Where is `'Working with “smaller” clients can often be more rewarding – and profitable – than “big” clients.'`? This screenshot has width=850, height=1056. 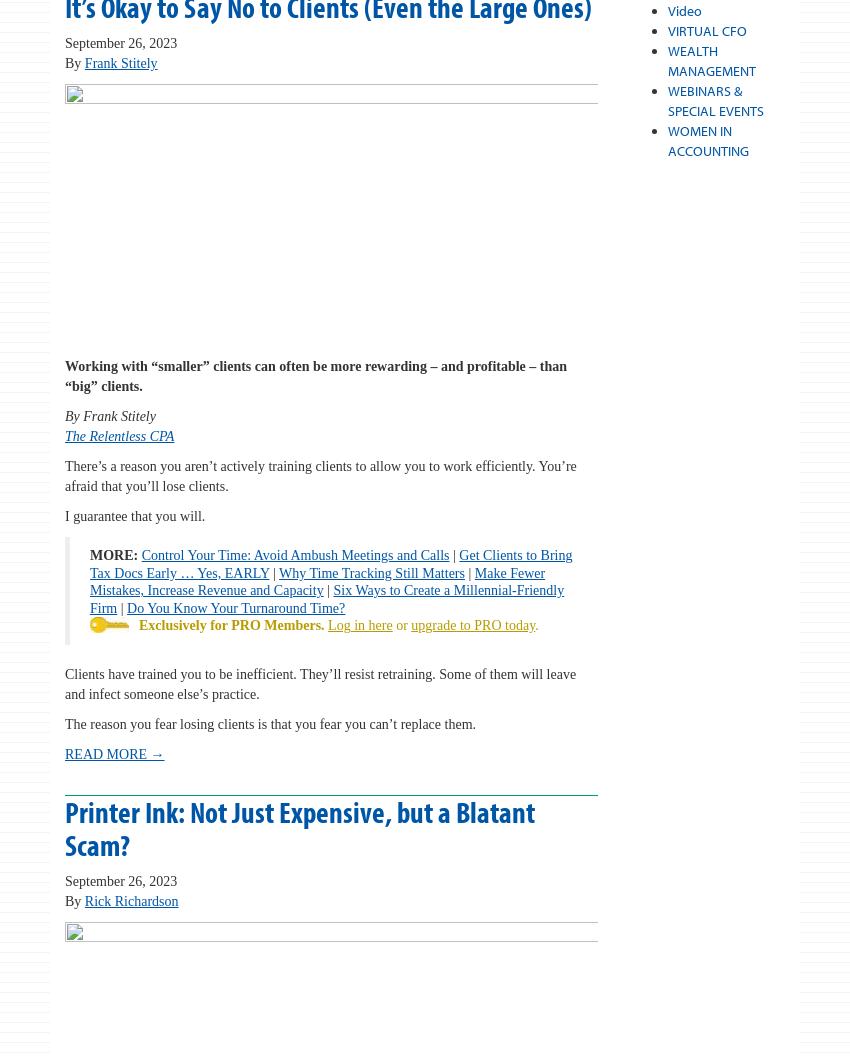 'Working with “smaller” clients can often be more rewarding – and profitable – than “big” clients.' is located at coordinates (316, 375).